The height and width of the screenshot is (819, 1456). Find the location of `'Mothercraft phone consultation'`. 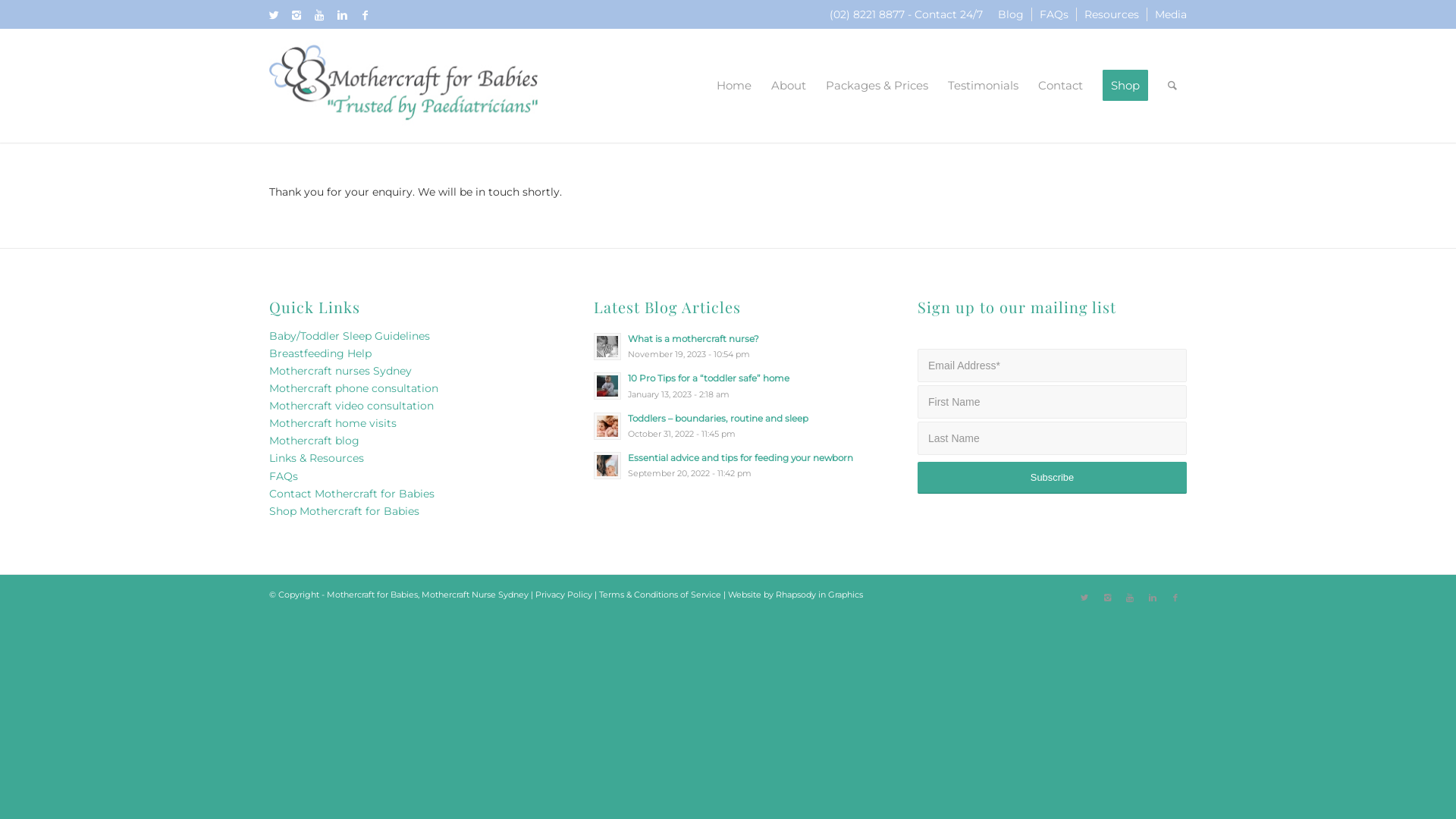

'Mothercraft phone consultation' is located at coordinates (353, 388).